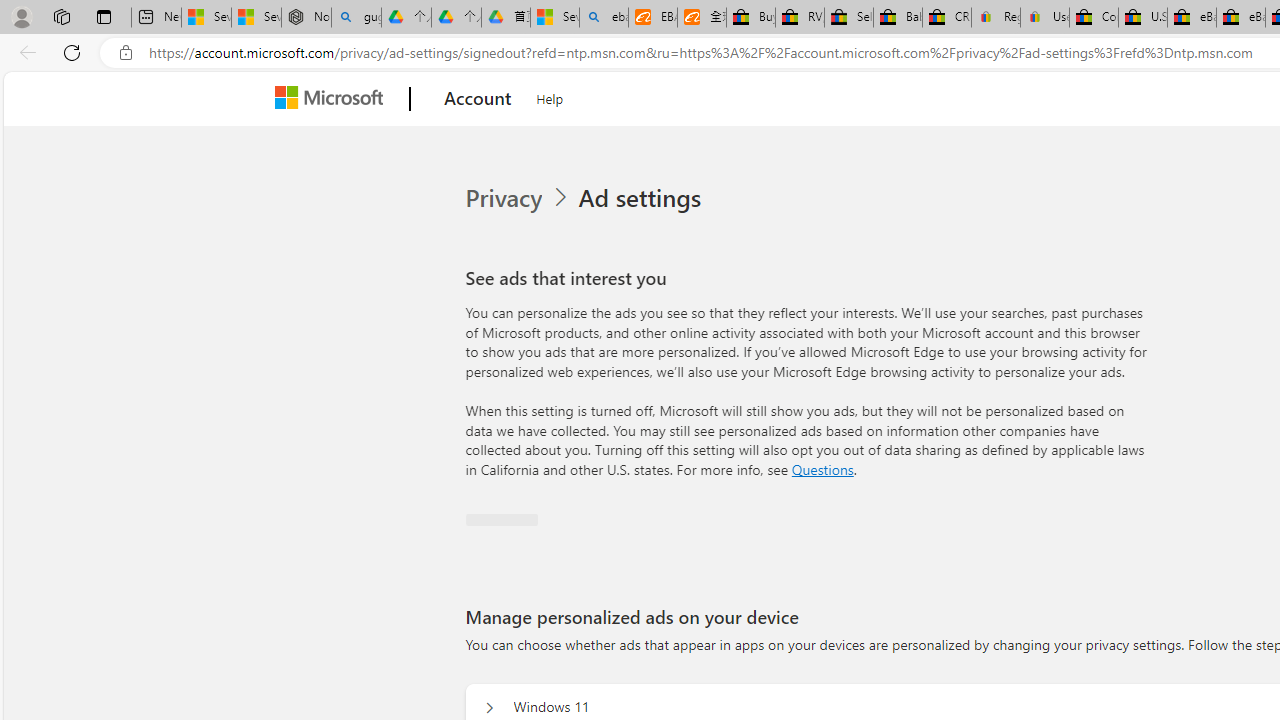  I want to click on 'Account', so click(477, 99).